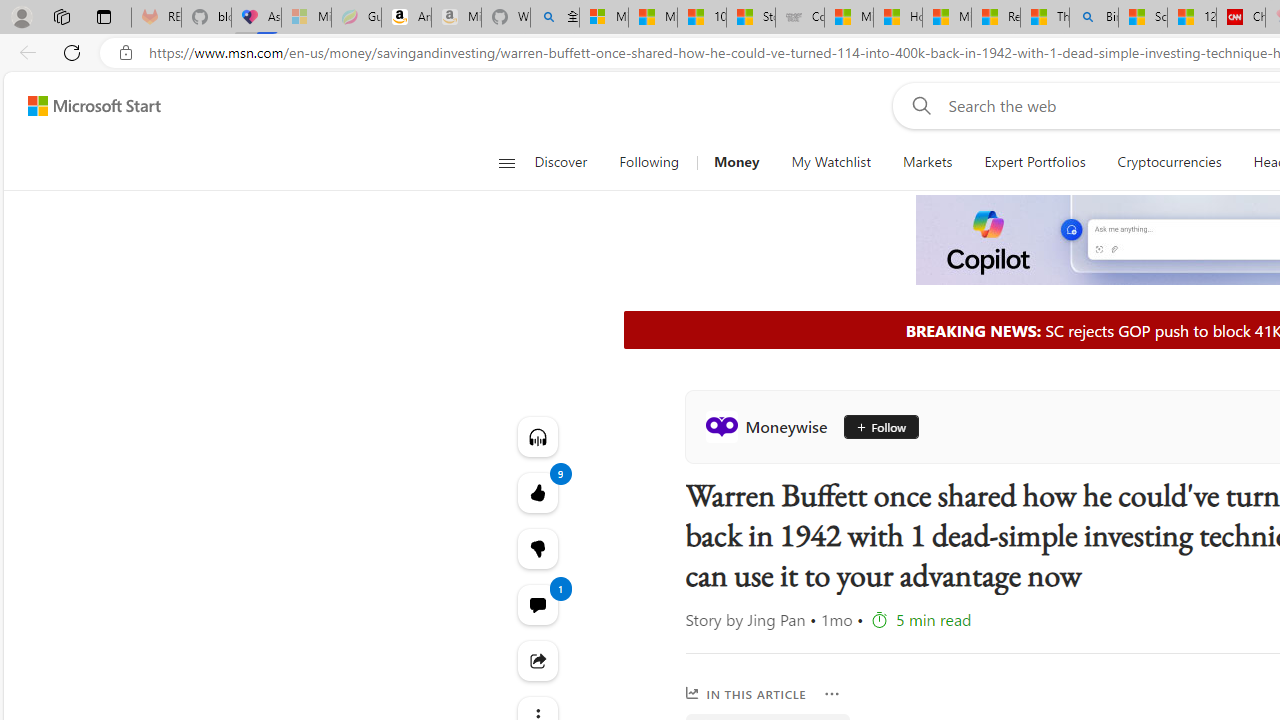  What do you see at coordinates (537, 436) in the screenshot?
I see `'Listen to this article'` at bounding box center [537, 436].